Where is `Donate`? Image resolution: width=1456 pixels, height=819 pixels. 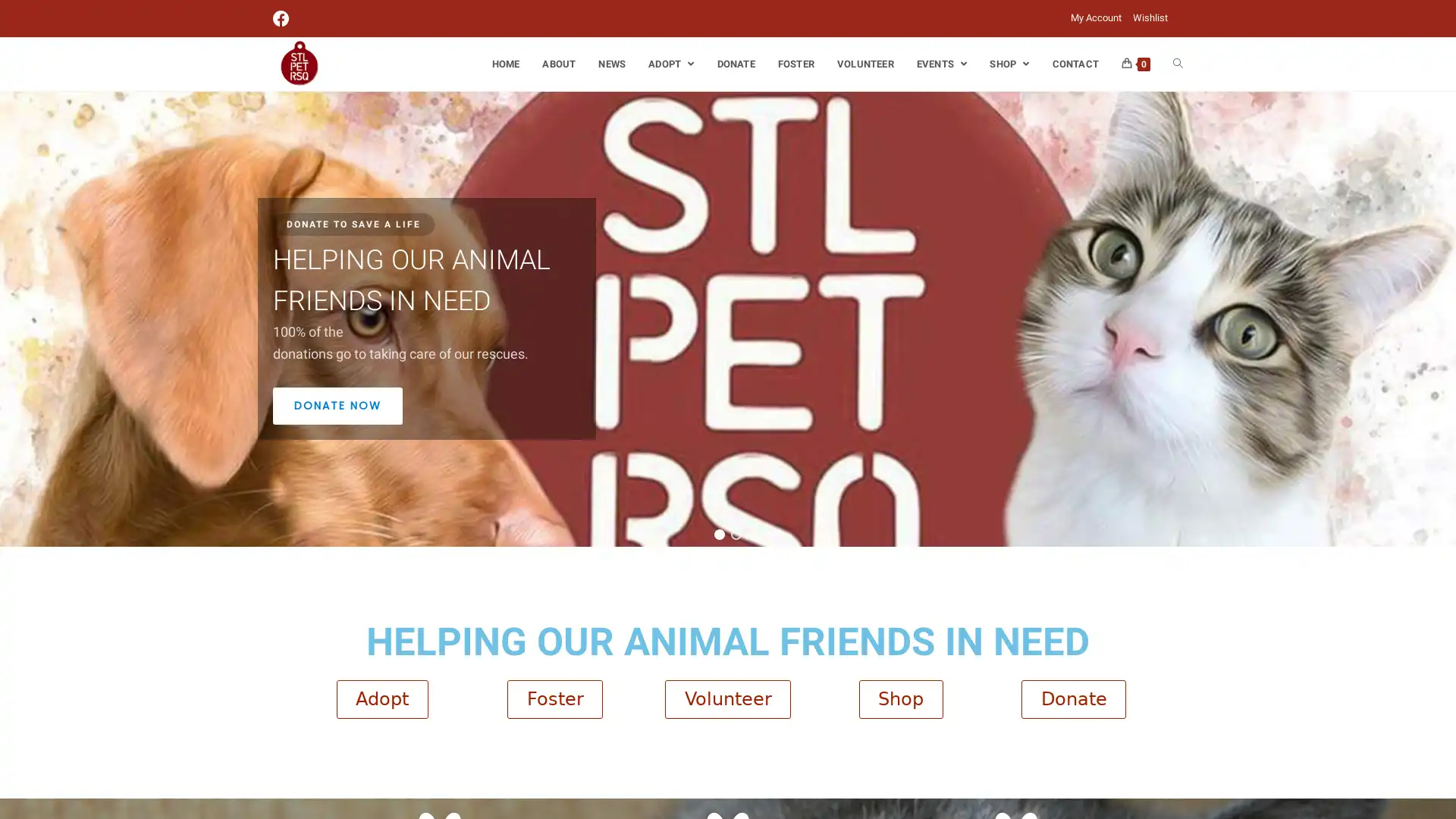 Donate is located at coordinates (719, 533).